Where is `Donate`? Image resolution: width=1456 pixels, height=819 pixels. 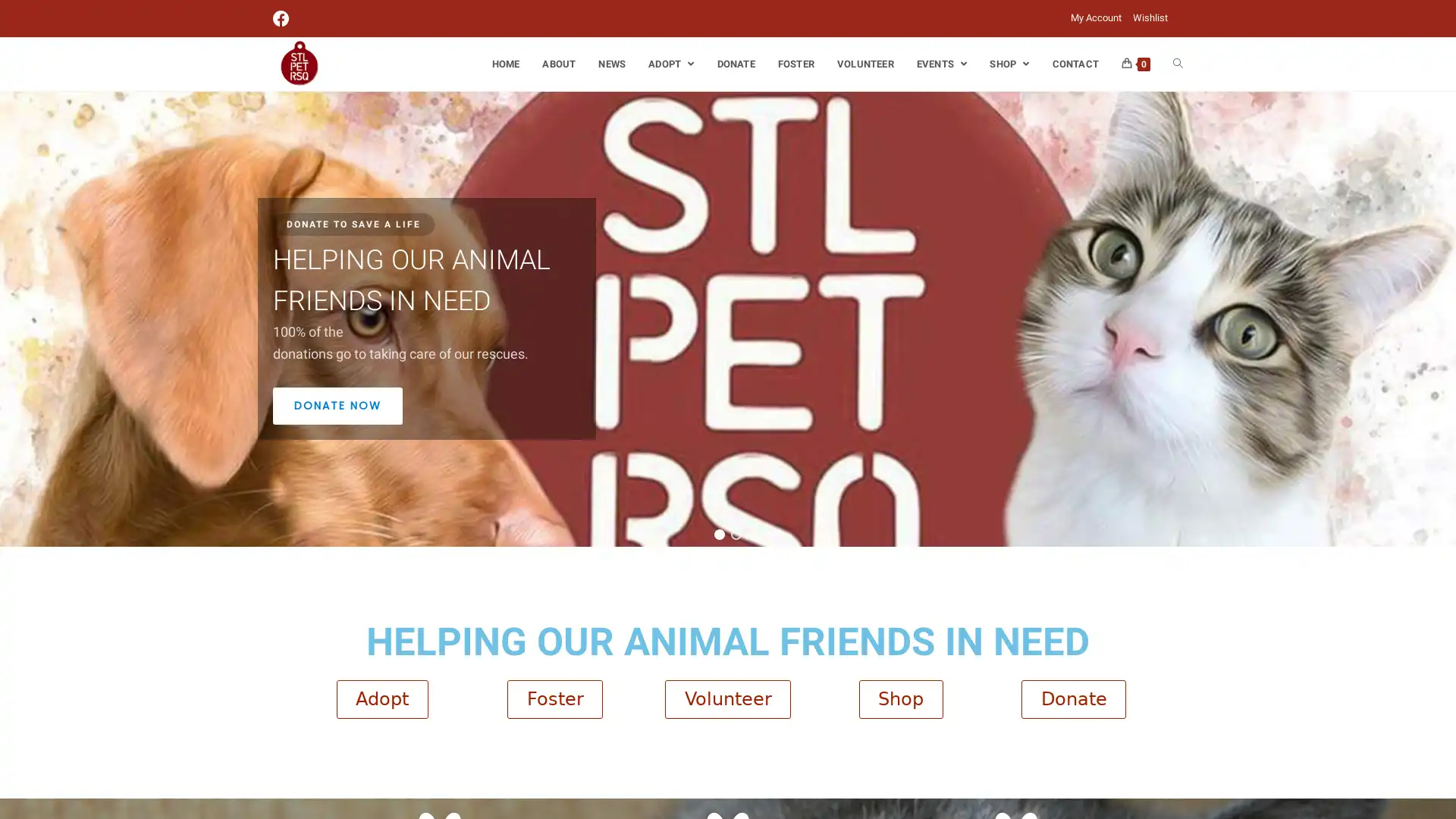 Donate is located at coordinates (719, 533).